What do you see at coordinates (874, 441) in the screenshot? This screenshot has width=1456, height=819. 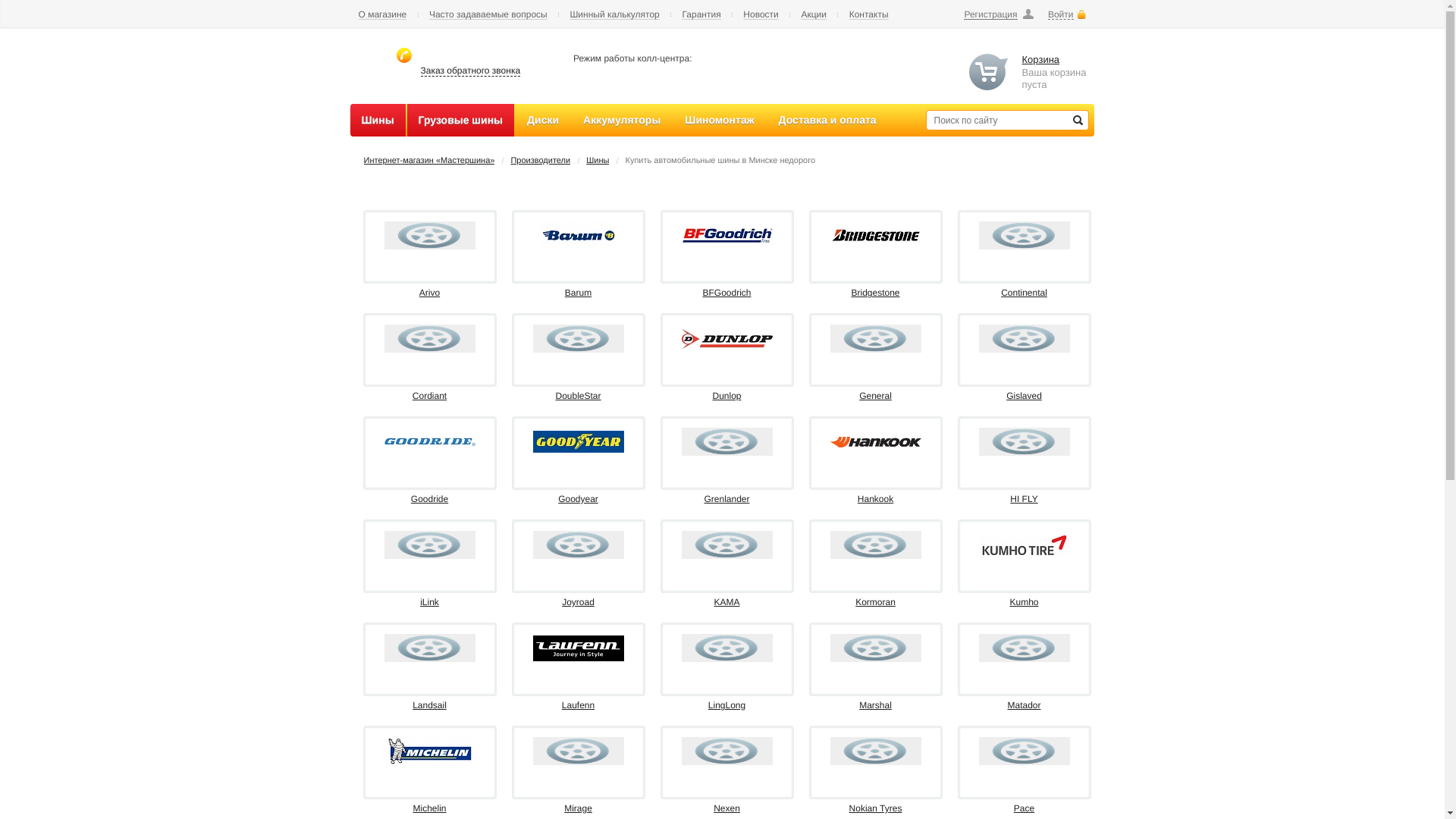 I see `'Hankook'` at bounding box center [874, 441].